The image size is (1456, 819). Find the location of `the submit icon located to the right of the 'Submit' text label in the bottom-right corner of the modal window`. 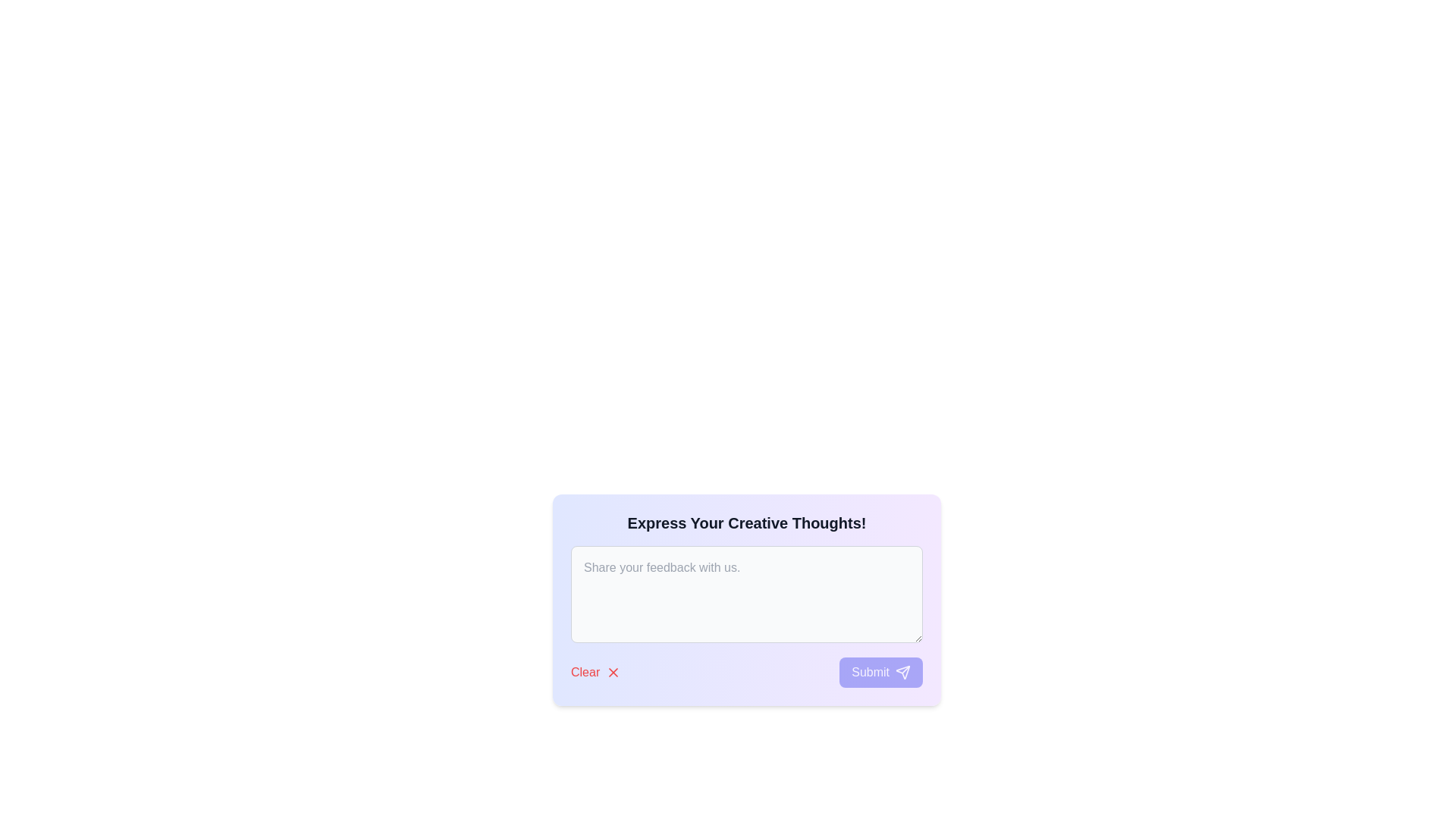

the submit icon located to the right of the 'Submit' text label in the bottom-right corner of the modal window is located at coordinates (902, 672).